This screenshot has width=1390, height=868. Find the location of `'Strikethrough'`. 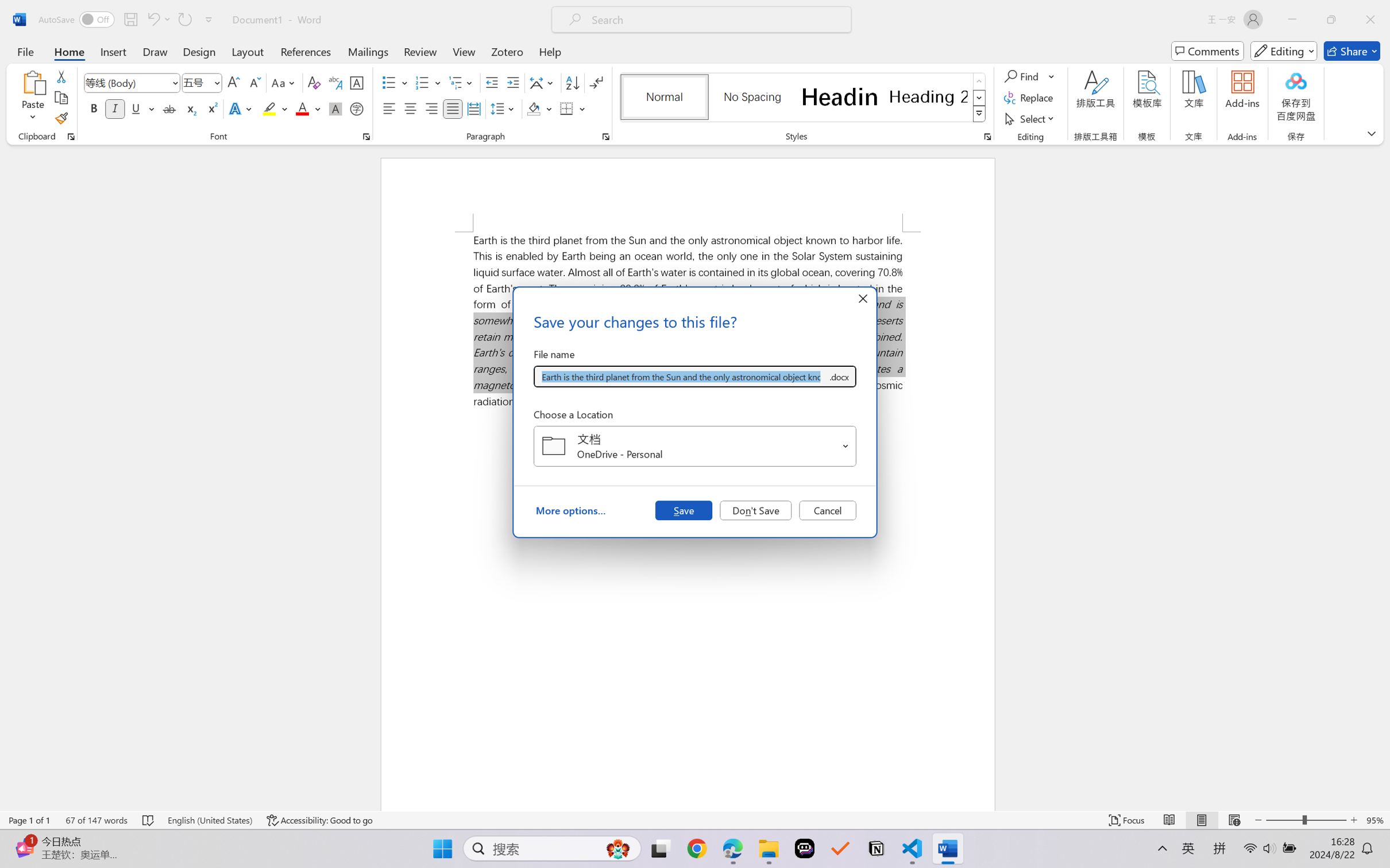

'Strikethrough' is located at coordinates (169, 108).